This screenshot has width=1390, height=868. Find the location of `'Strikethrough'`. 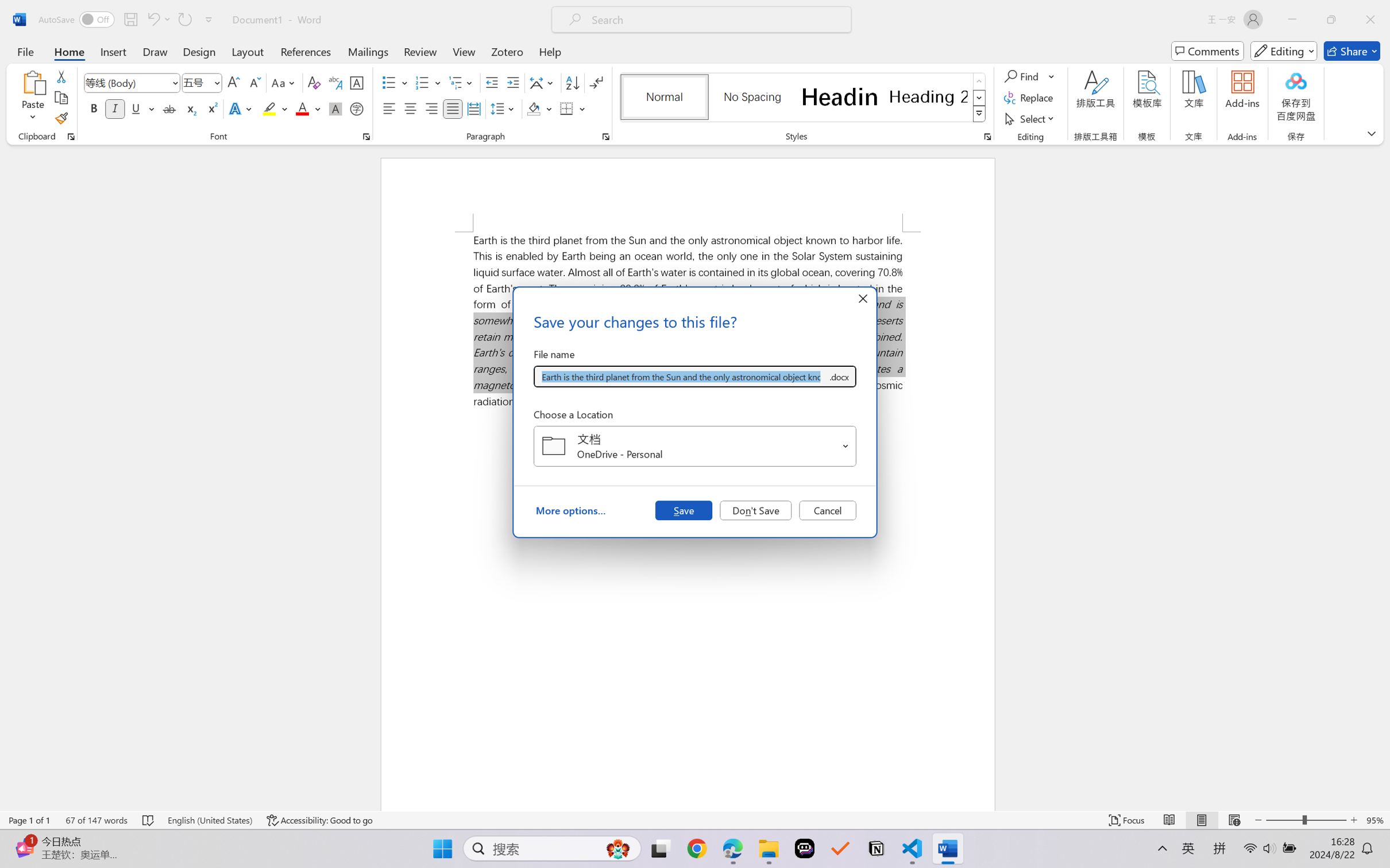

'Strikethrough' is located at coordinates (169, 108).